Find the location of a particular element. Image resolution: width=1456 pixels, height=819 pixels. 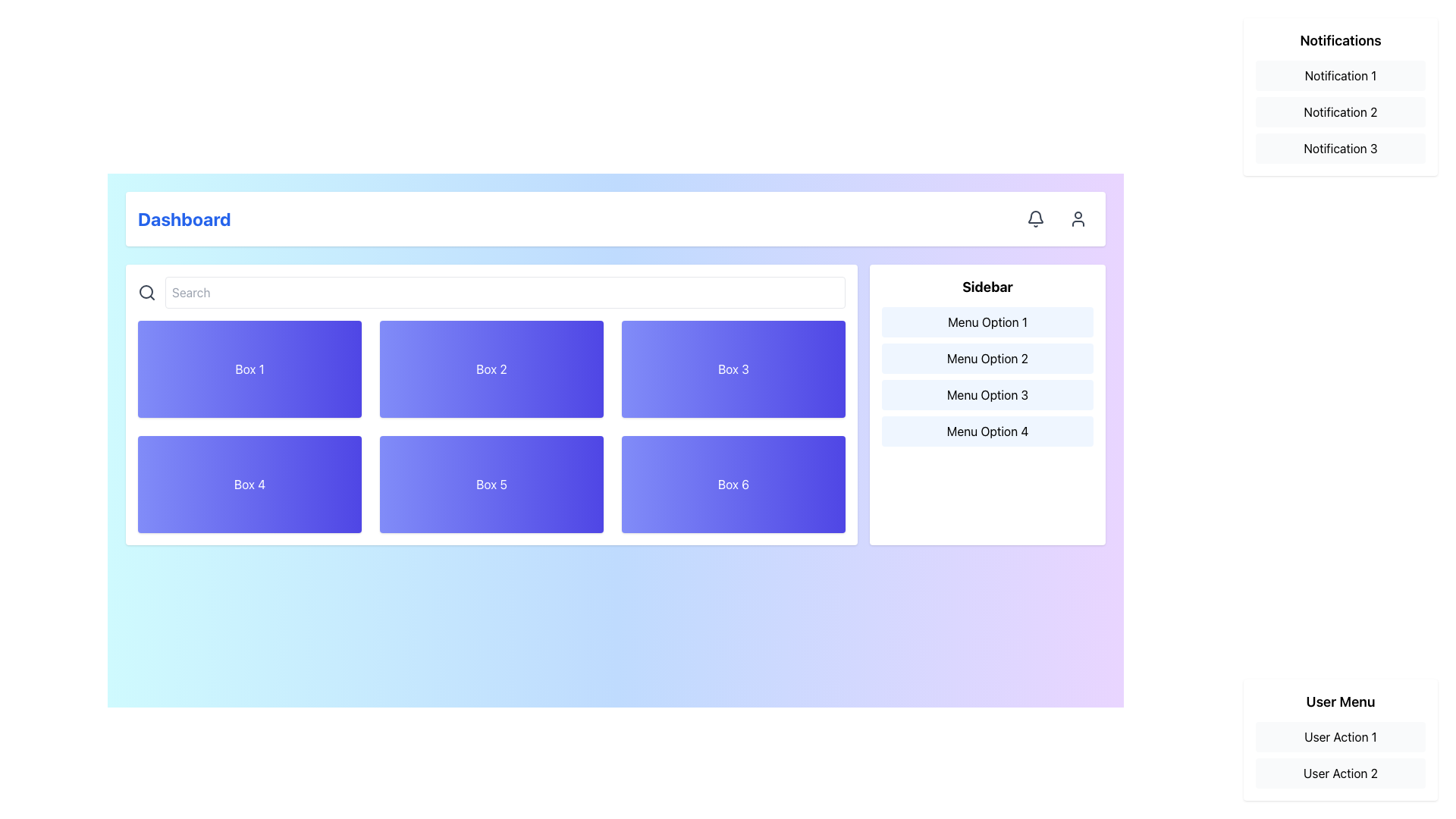

the notification bell icon located is located at coordinates (1035, 217).